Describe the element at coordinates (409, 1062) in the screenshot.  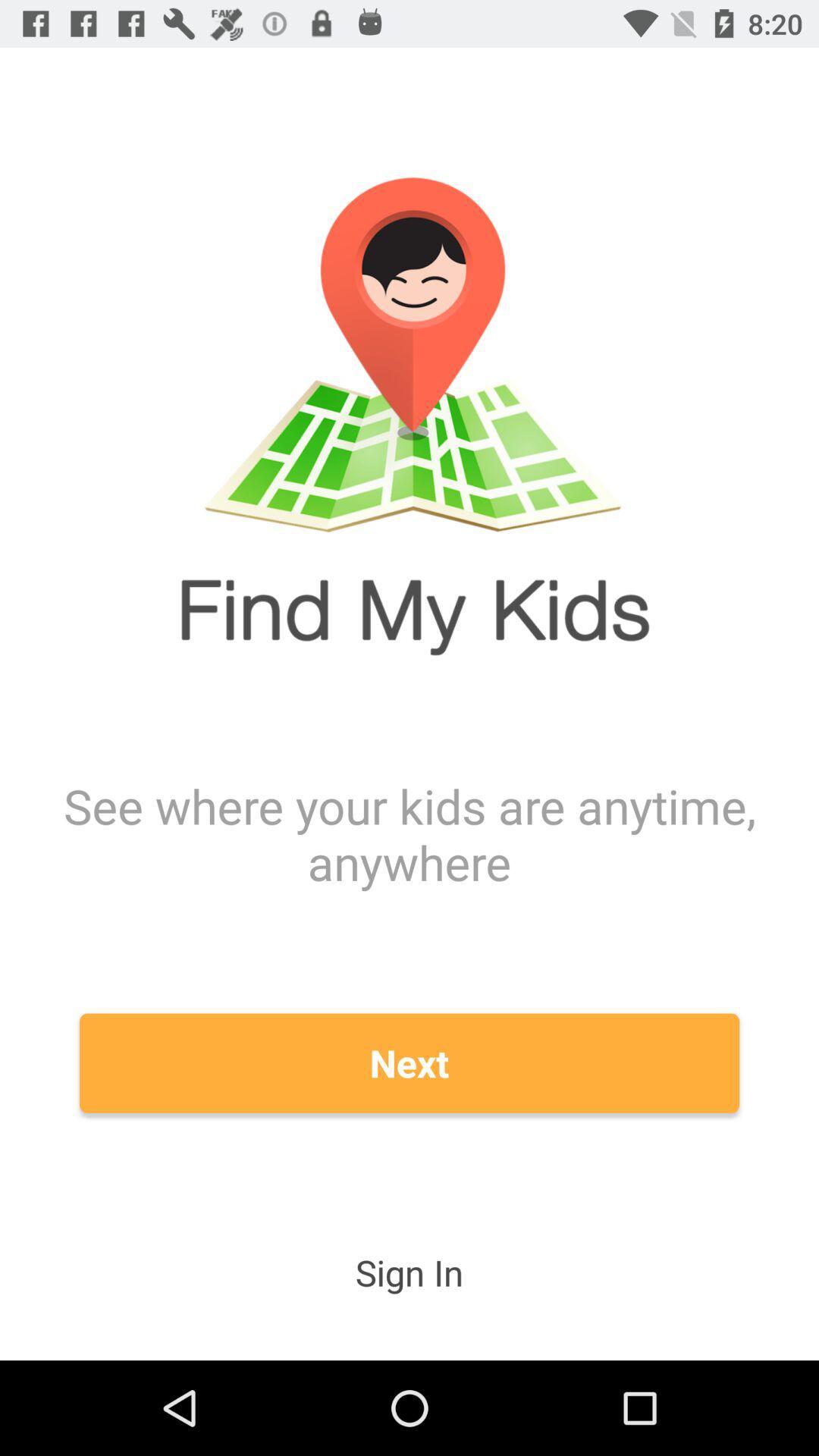
I see `the item below see where your item` at that location.